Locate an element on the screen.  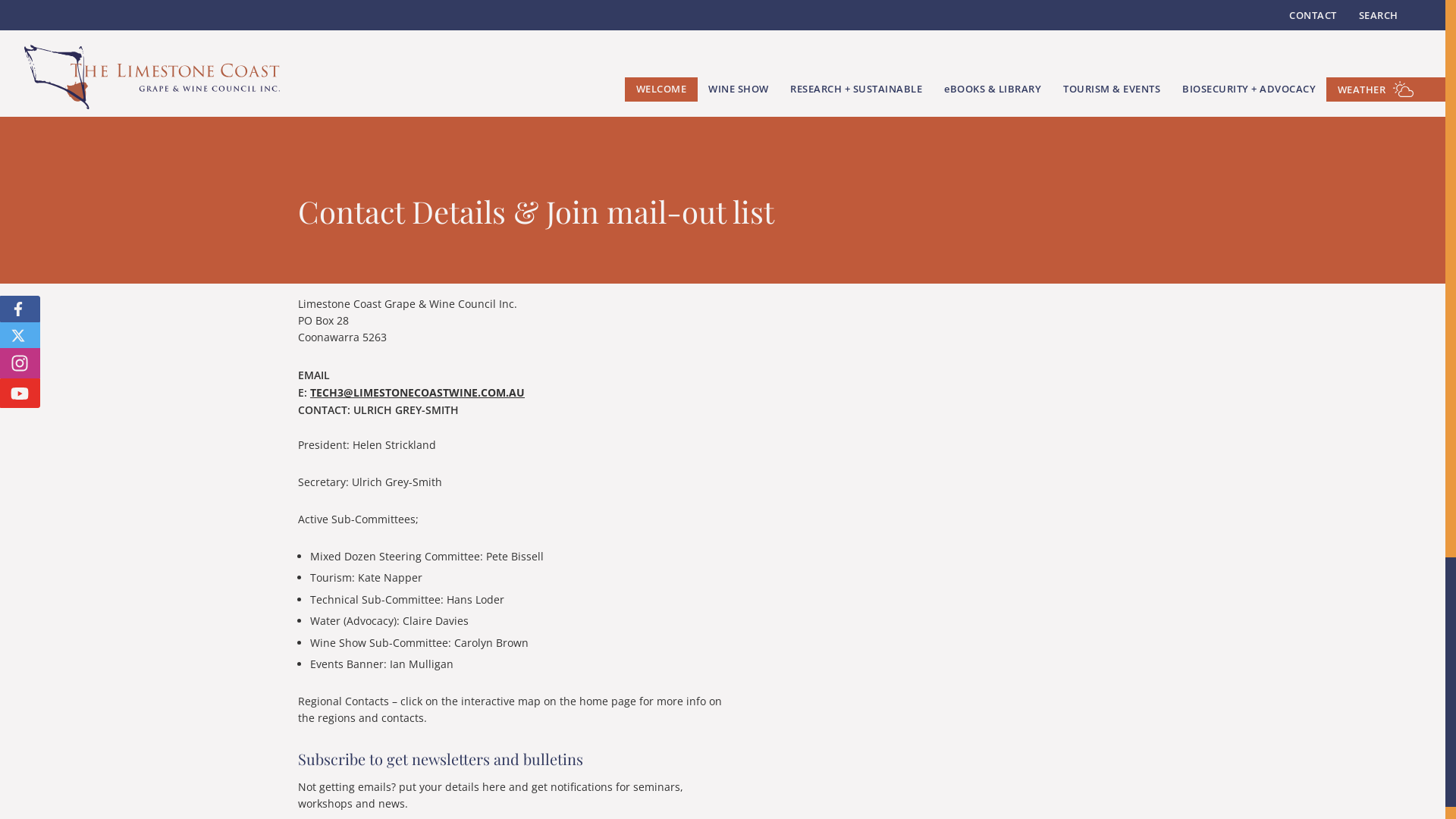
'WINE SHOW' is located at coordinates (739, 89).